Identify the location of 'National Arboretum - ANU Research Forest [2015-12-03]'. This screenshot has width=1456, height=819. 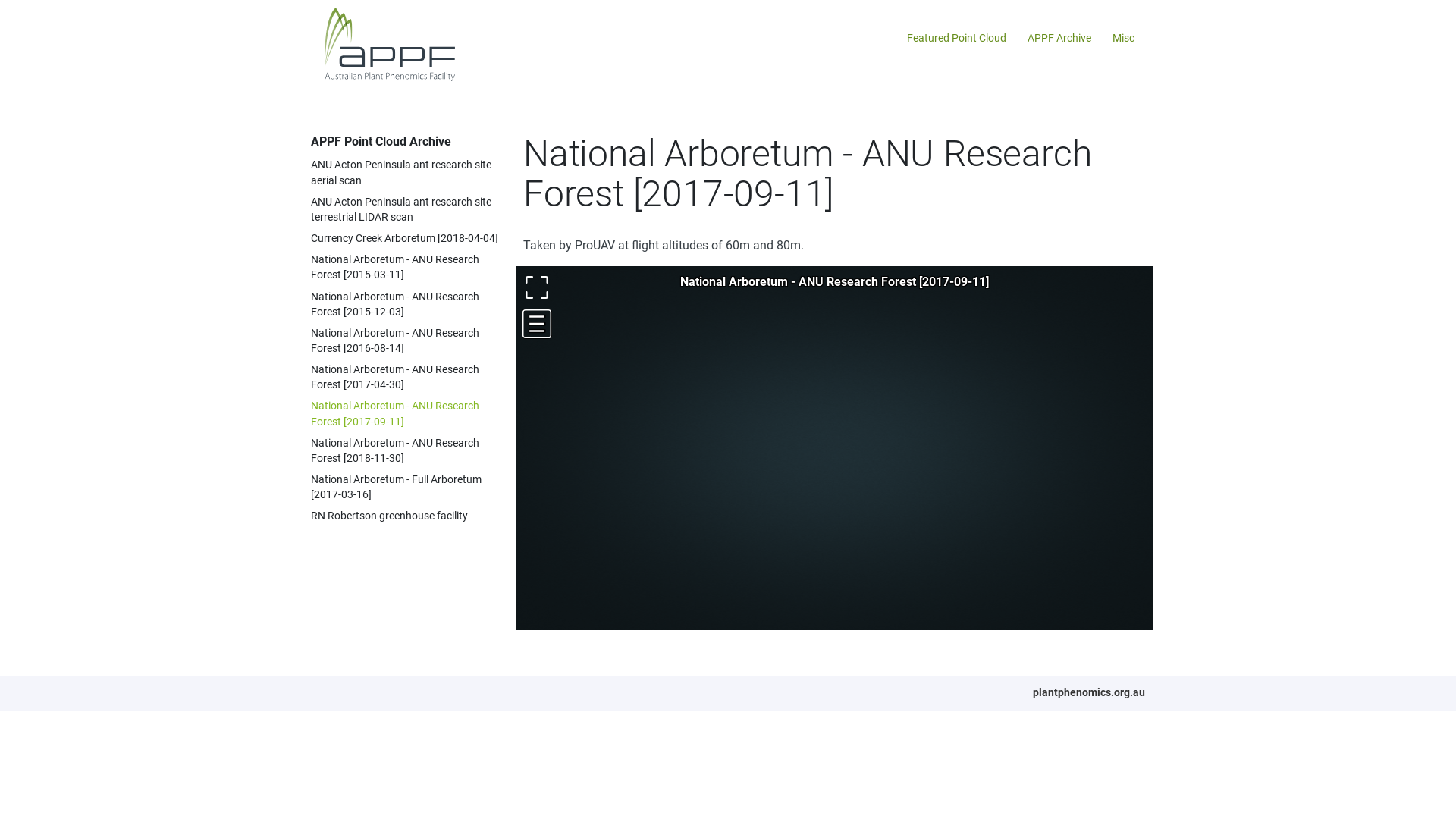
(395, 304).